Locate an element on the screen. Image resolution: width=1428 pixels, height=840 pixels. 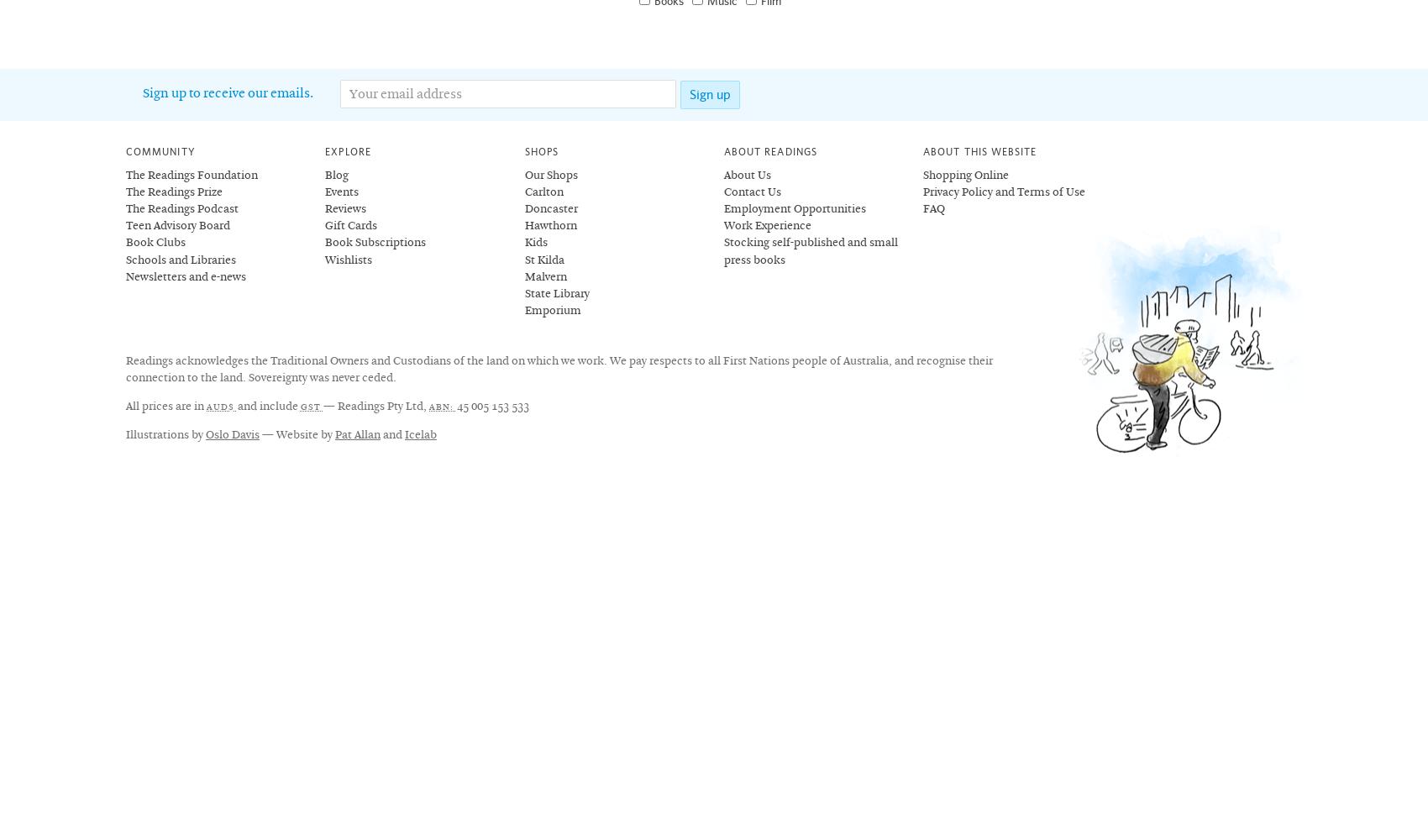
'Illustrations by' is located at coordinates (165, 435).